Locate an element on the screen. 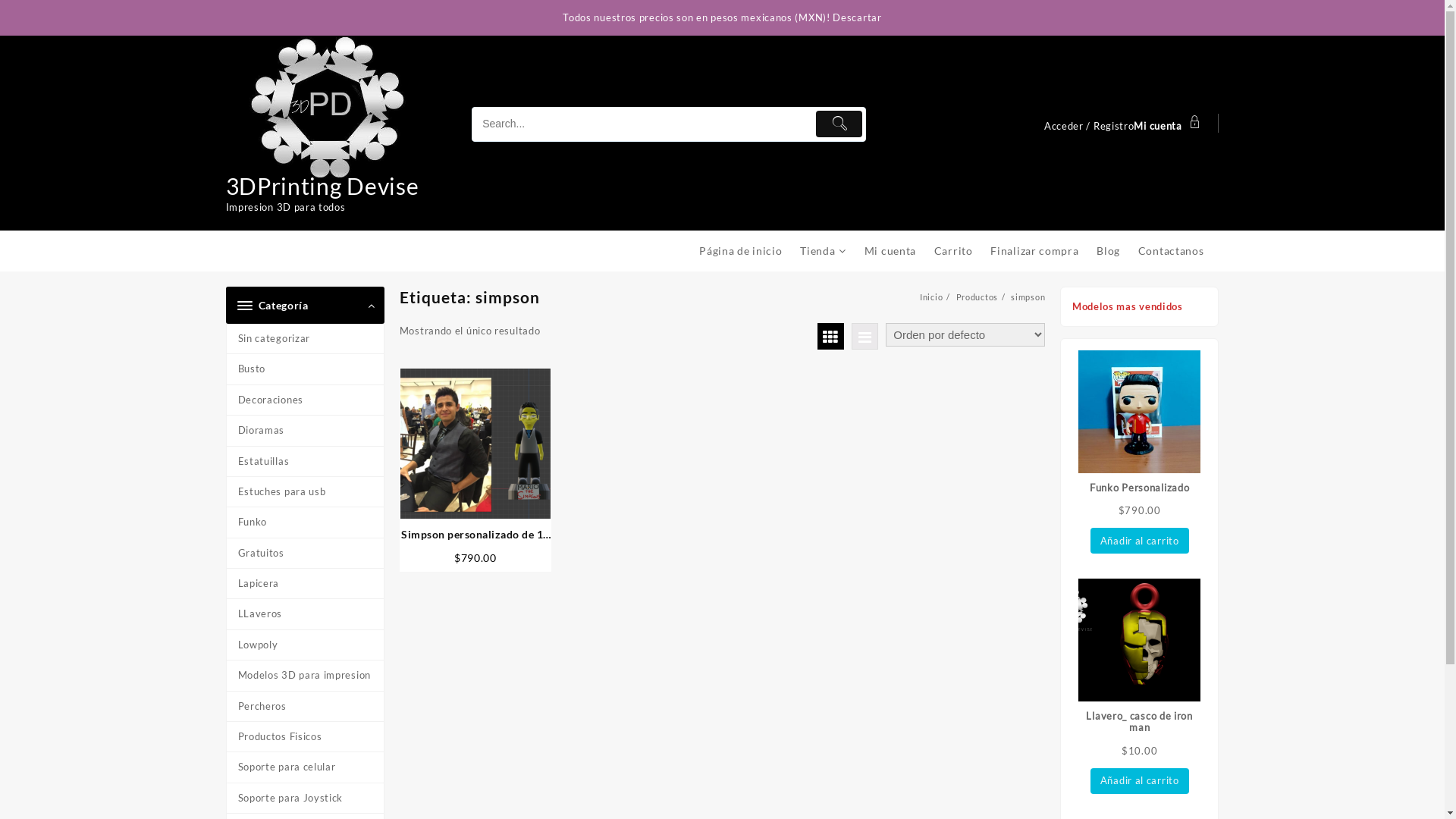 The image size is (1456, 819). 'Modelos 3D para impresion' is located at coordinates (224, 675).